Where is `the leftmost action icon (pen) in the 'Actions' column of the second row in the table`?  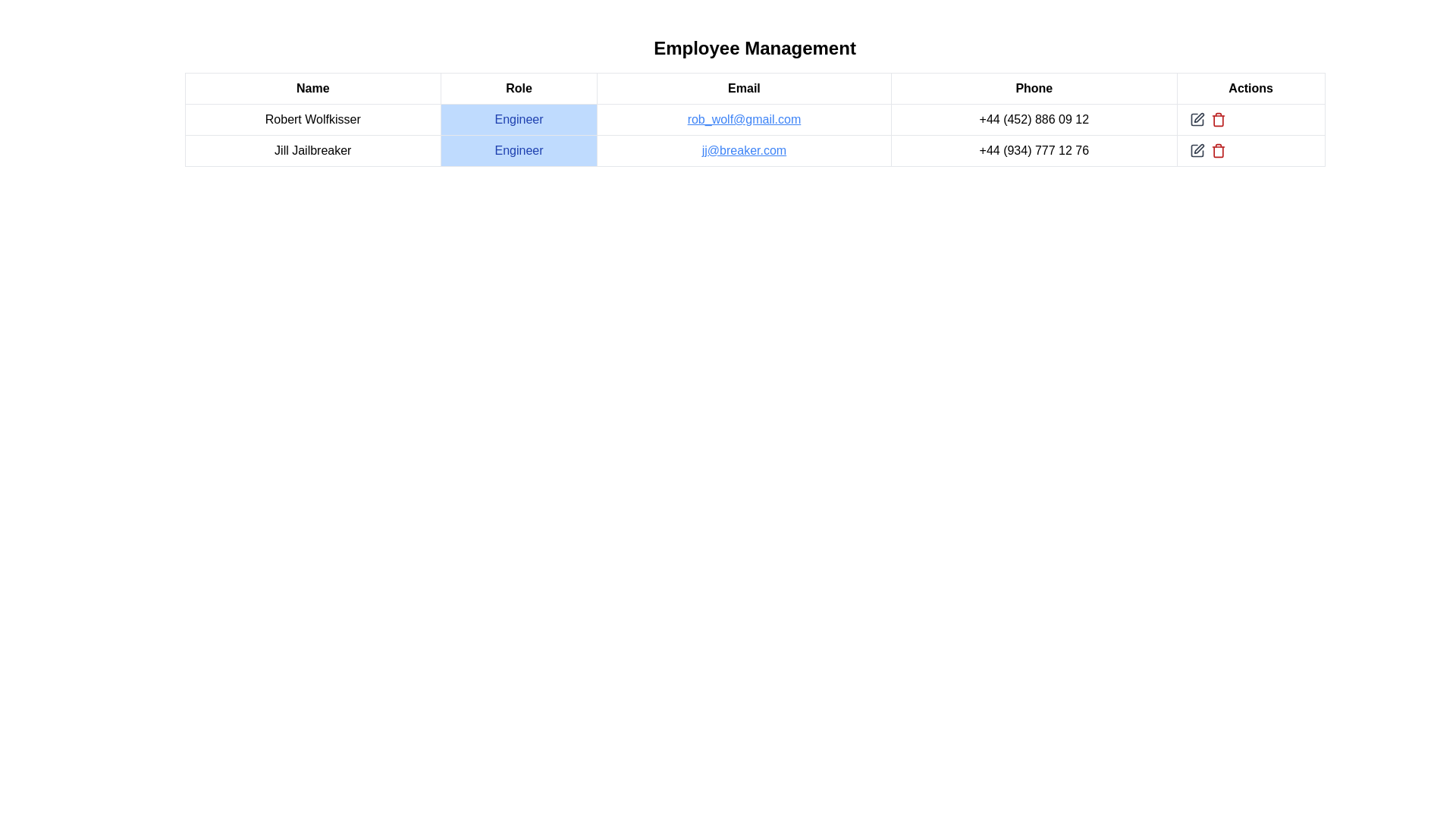
the leftmost action icon (pen) in the 'Actions' column of the second row in the table is located at coordinates (1196, 119).